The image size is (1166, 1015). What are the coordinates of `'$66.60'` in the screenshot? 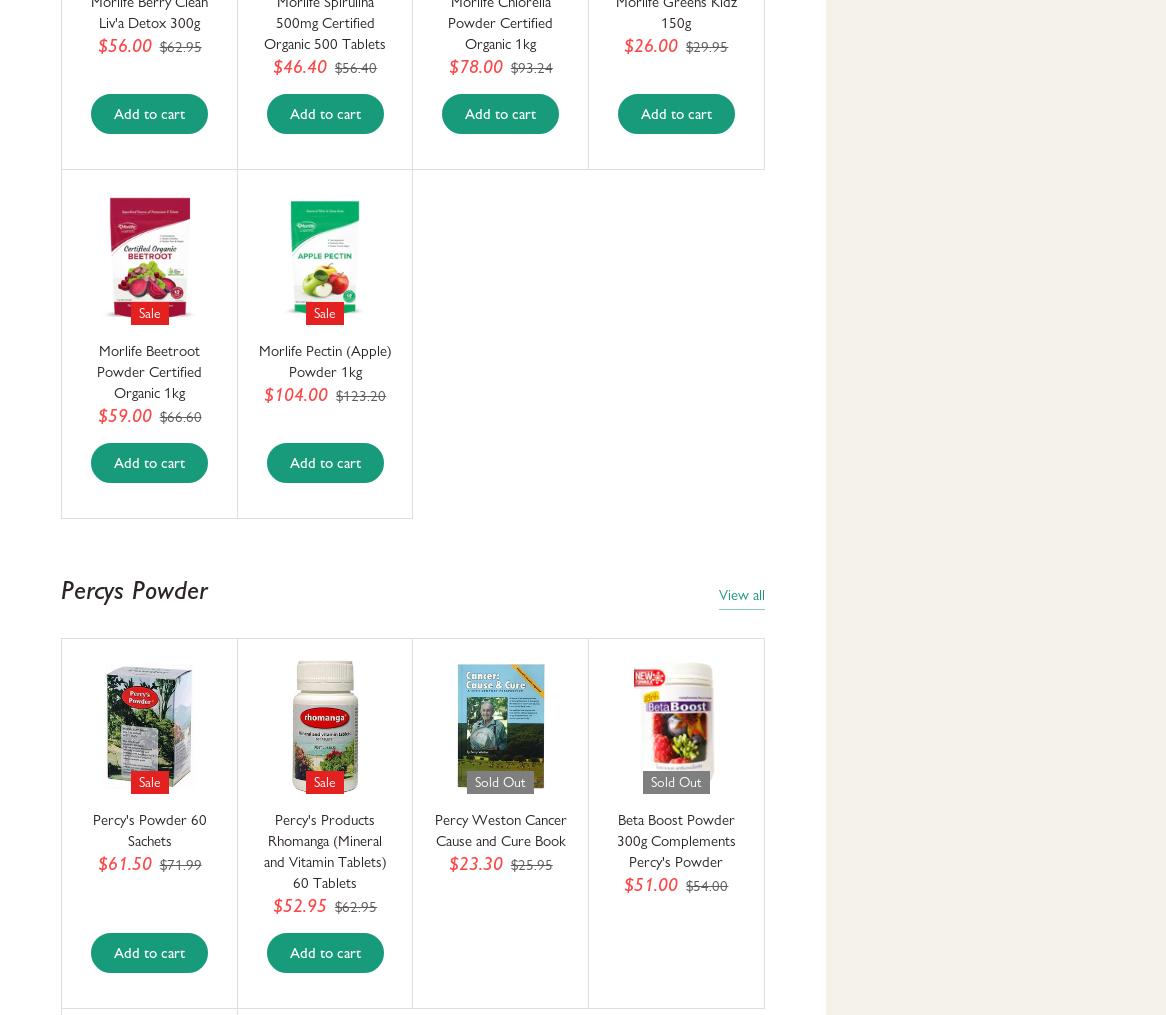 It's located at (159, 416).